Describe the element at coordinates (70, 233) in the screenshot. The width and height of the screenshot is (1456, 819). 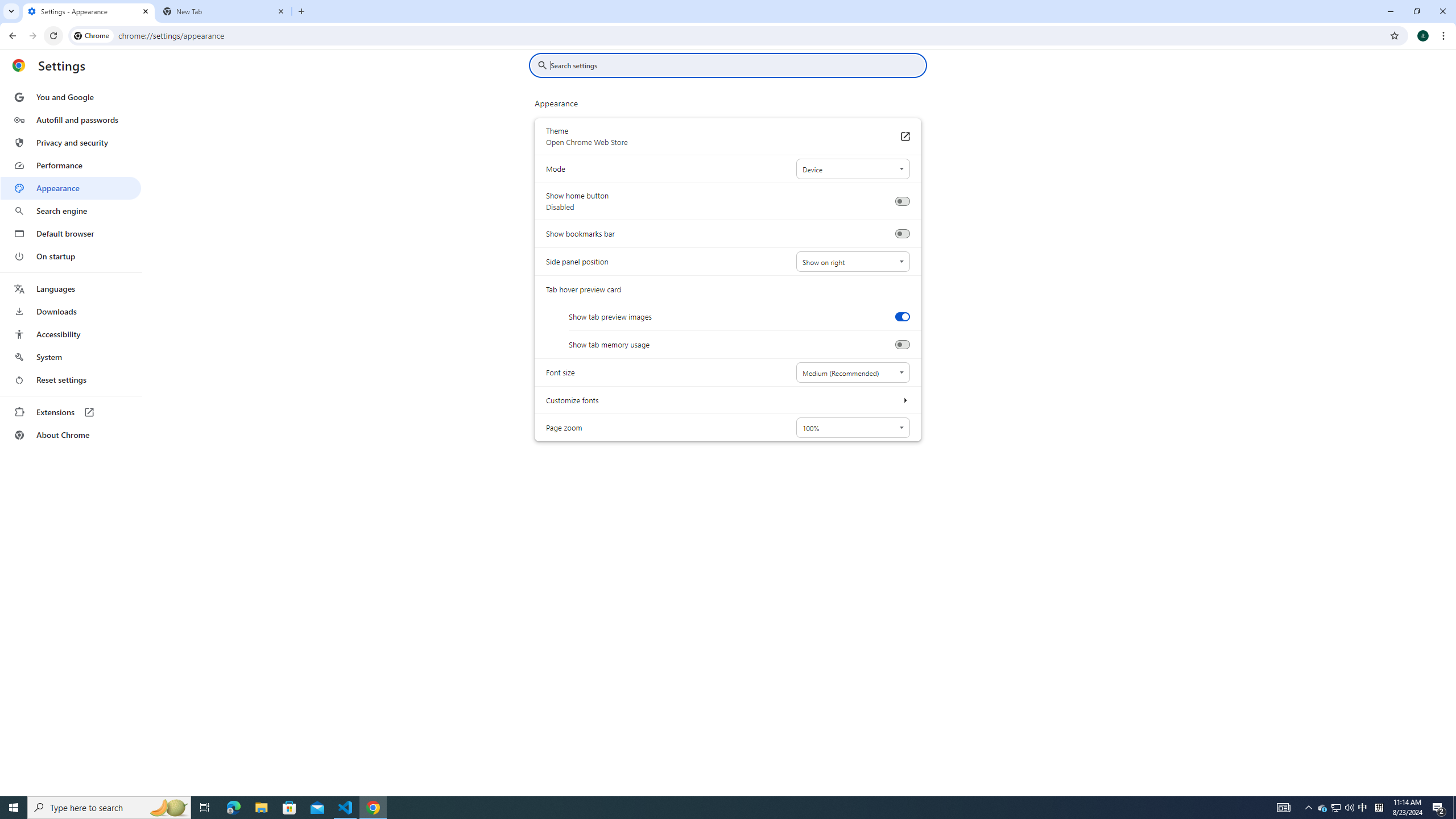
I see `'Default browser'` at that location.